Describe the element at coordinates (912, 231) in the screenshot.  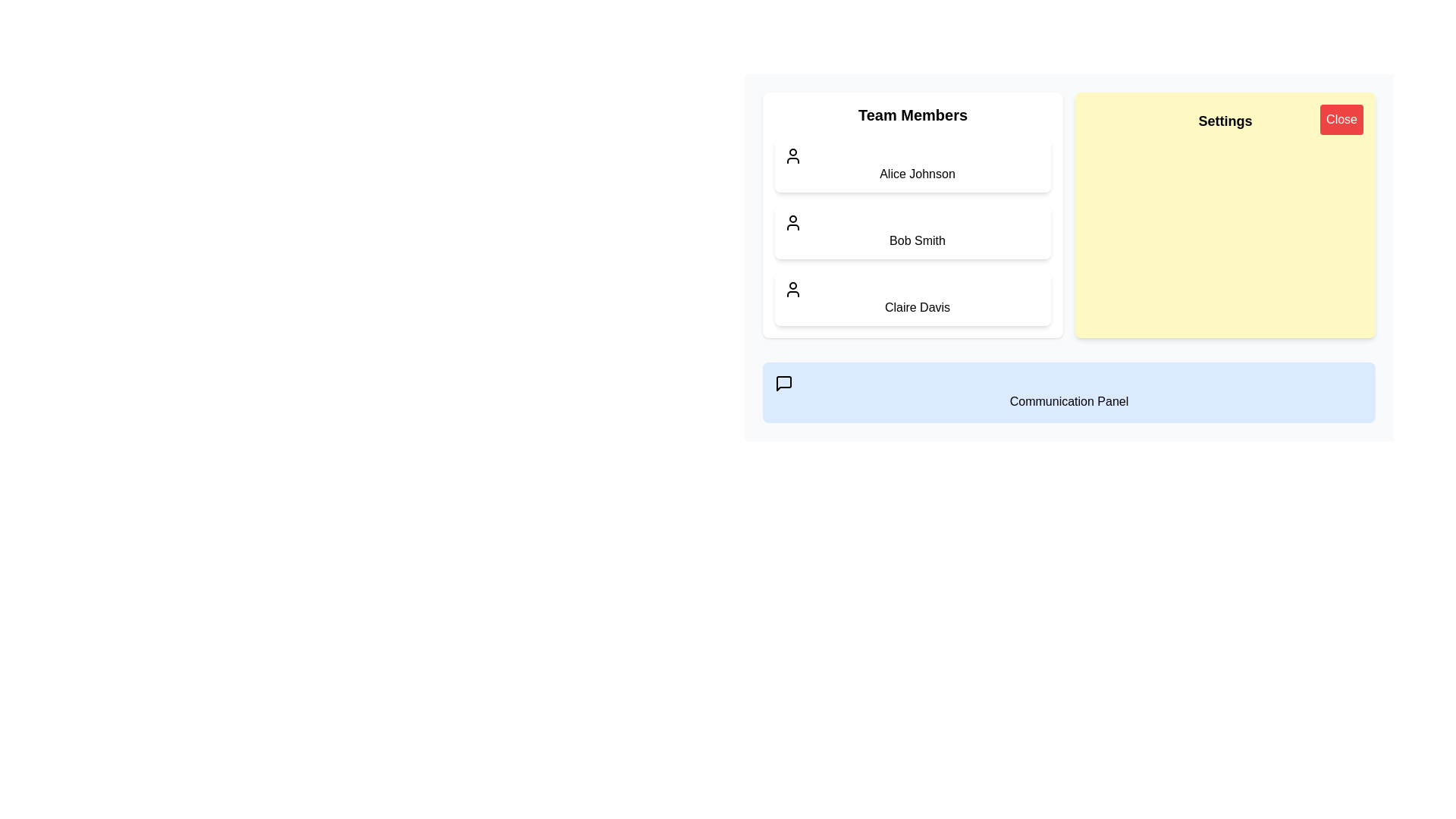
I see `to select the team member 'Bob Smith' from the list of team members located in the white card-style box` at that location.